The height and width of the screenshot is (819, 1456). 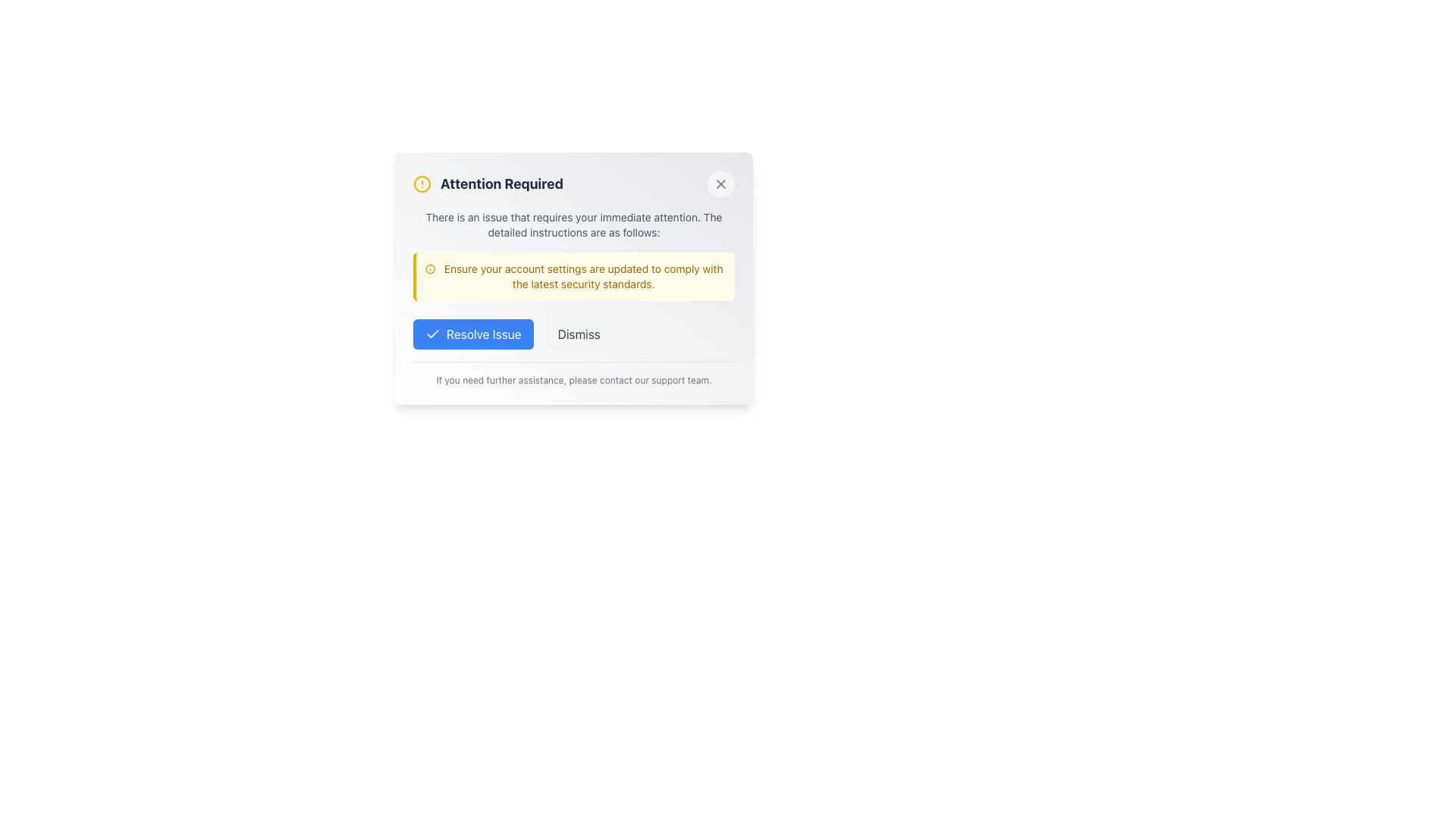 I want to click on the informational text at the bottom of the notification card that reads 'If you need further assistance, please contact our support team.', so click(x=573, y=374).